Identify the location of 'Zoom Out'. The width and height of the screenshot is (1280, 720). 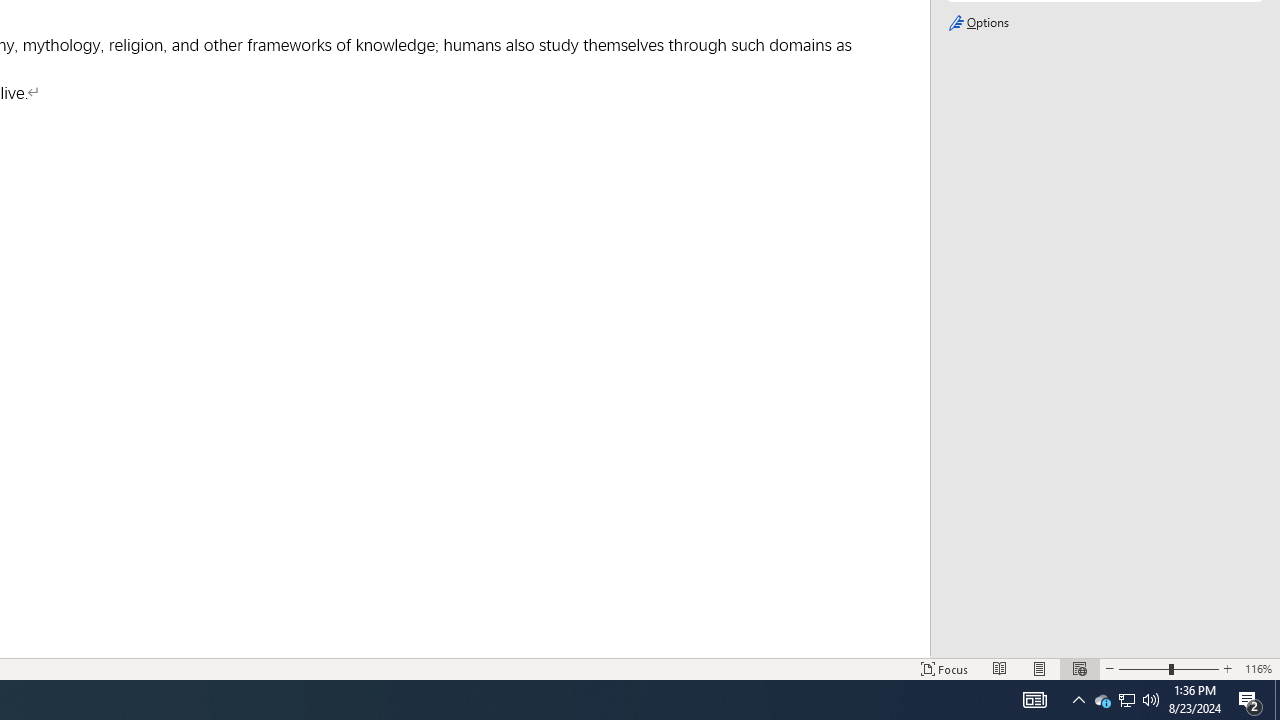
(1143, 669).